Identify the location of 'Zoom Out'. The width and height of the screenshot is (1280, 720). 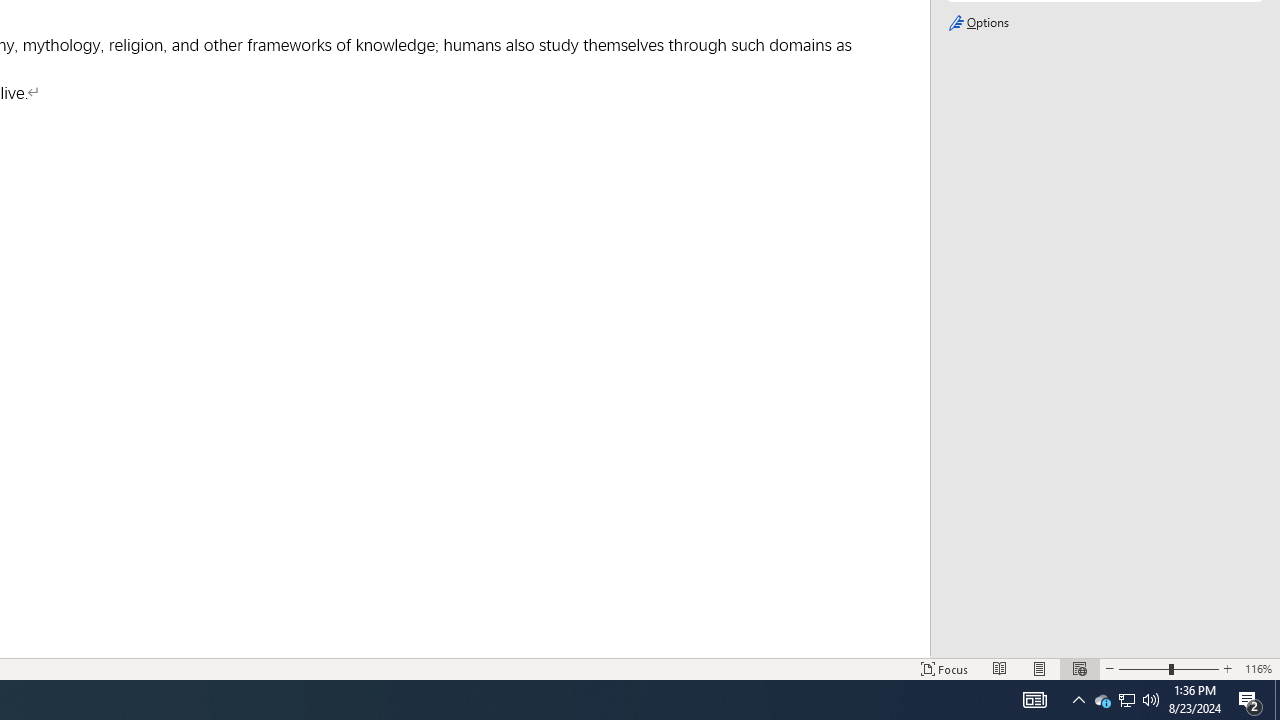
(1143, 669).